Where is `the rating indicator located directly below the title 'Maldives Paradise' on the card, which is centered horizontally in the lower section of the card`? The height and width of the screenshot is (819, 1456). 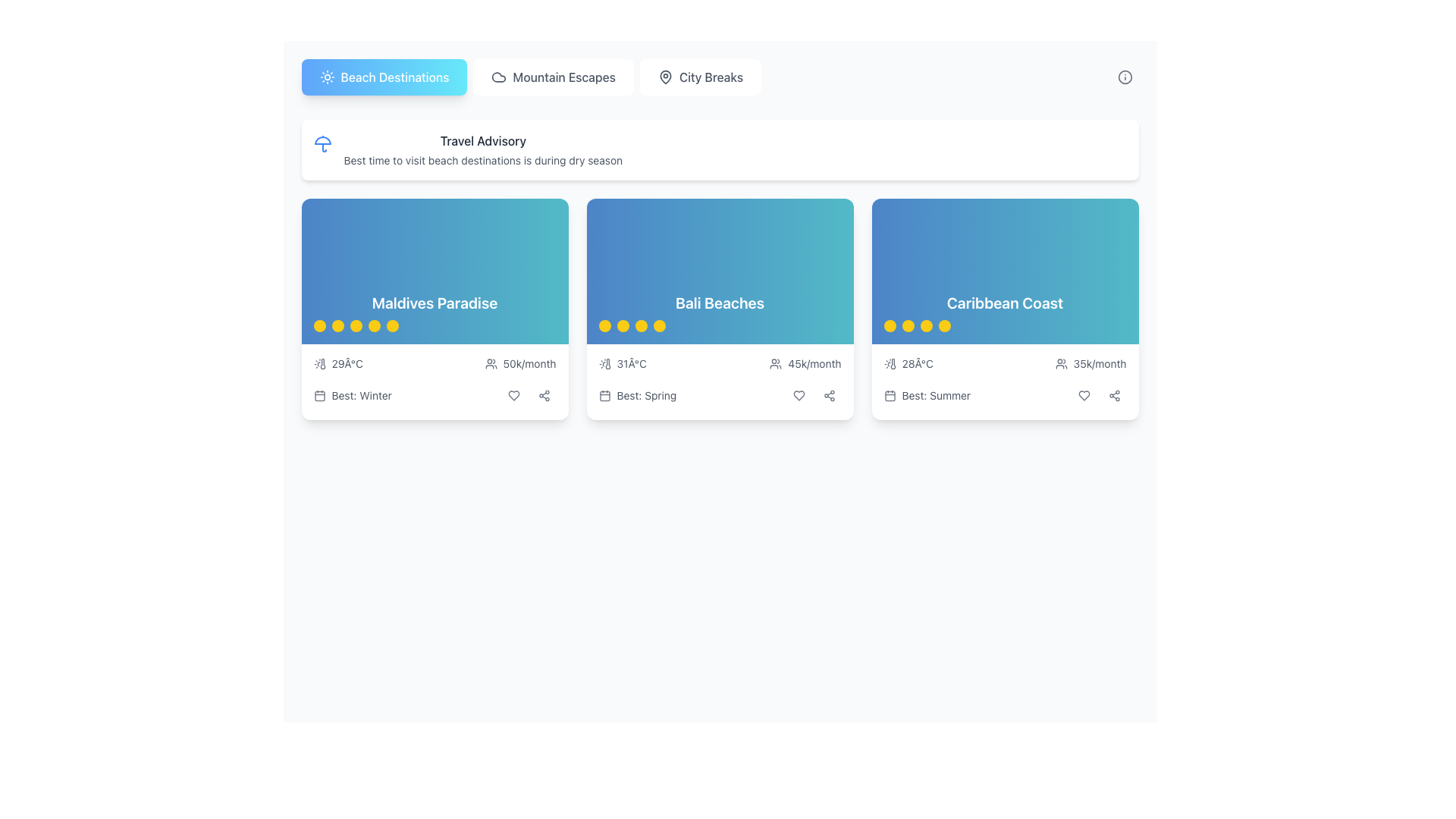
the rating indicator located directly below the title 'Maldives Paradise' on the card, which is centered horizontally in the lower section of the card is located at coordinates (434, 325).